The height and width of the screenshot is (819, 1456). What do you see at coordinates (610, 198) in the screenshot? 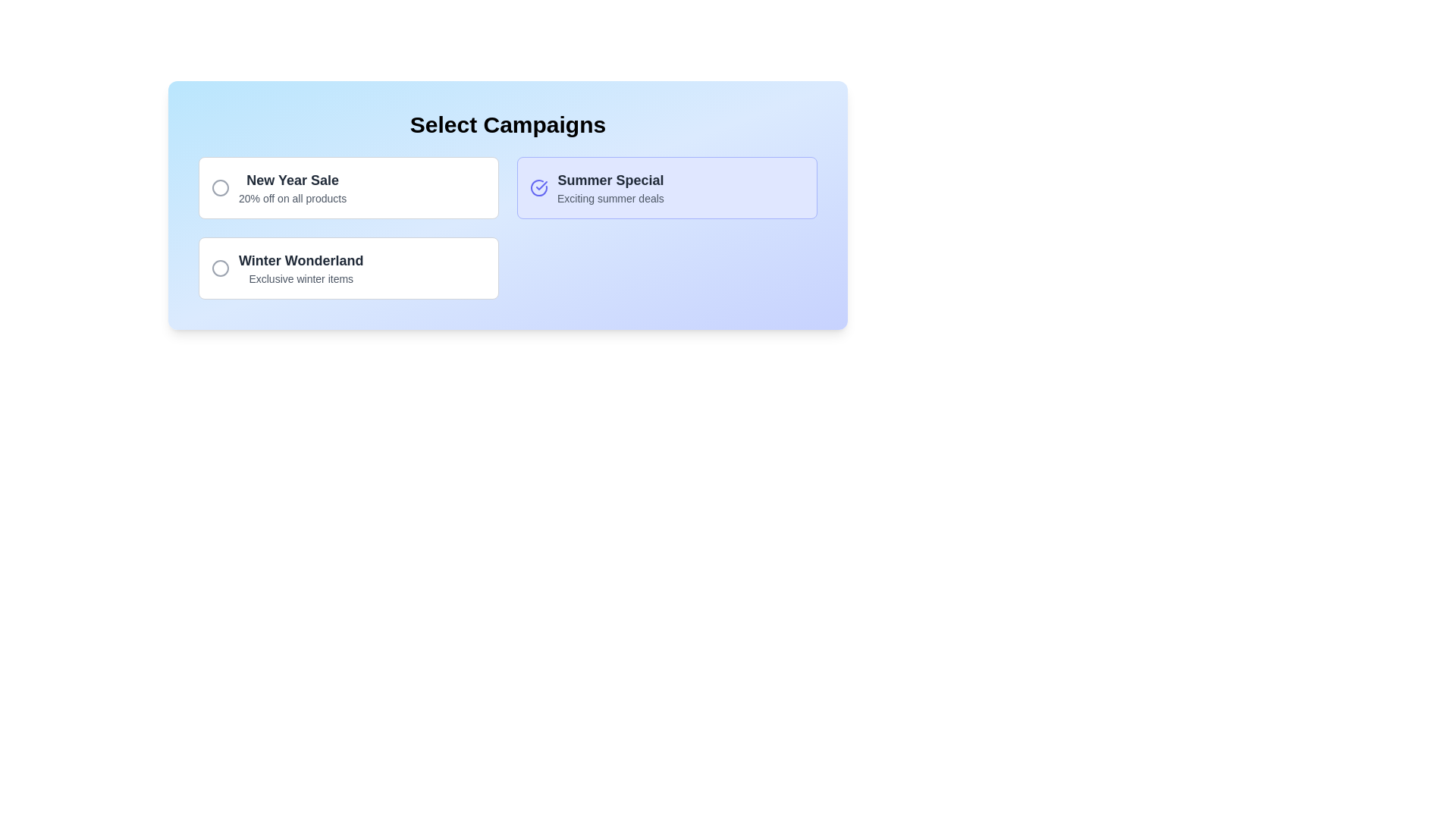
I see `the text label displaying 'Exciting summer deals', which is positioned below 'Summer Special' and is part of a selected section on the right side of the interface` at bounding box center [610, 198].